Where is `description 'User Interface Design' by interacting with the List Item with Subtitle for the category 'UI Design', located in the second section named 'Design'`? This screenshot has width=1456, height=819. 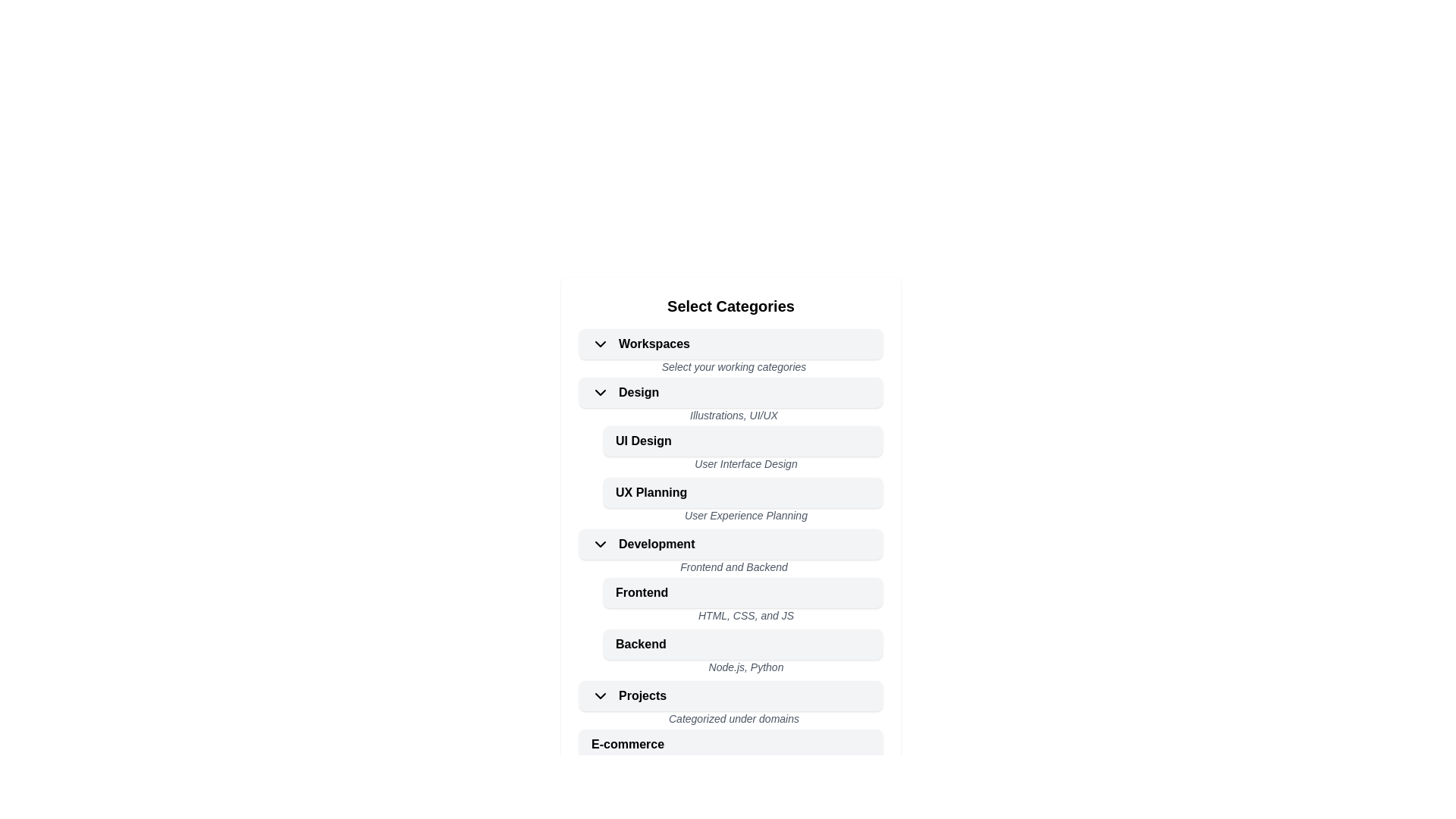 description 'User Interface Design' by interacting with the List Item with Subtitle for the category 'UI Design', located in the second section named 'Design' is located at coordinates (731, 451).